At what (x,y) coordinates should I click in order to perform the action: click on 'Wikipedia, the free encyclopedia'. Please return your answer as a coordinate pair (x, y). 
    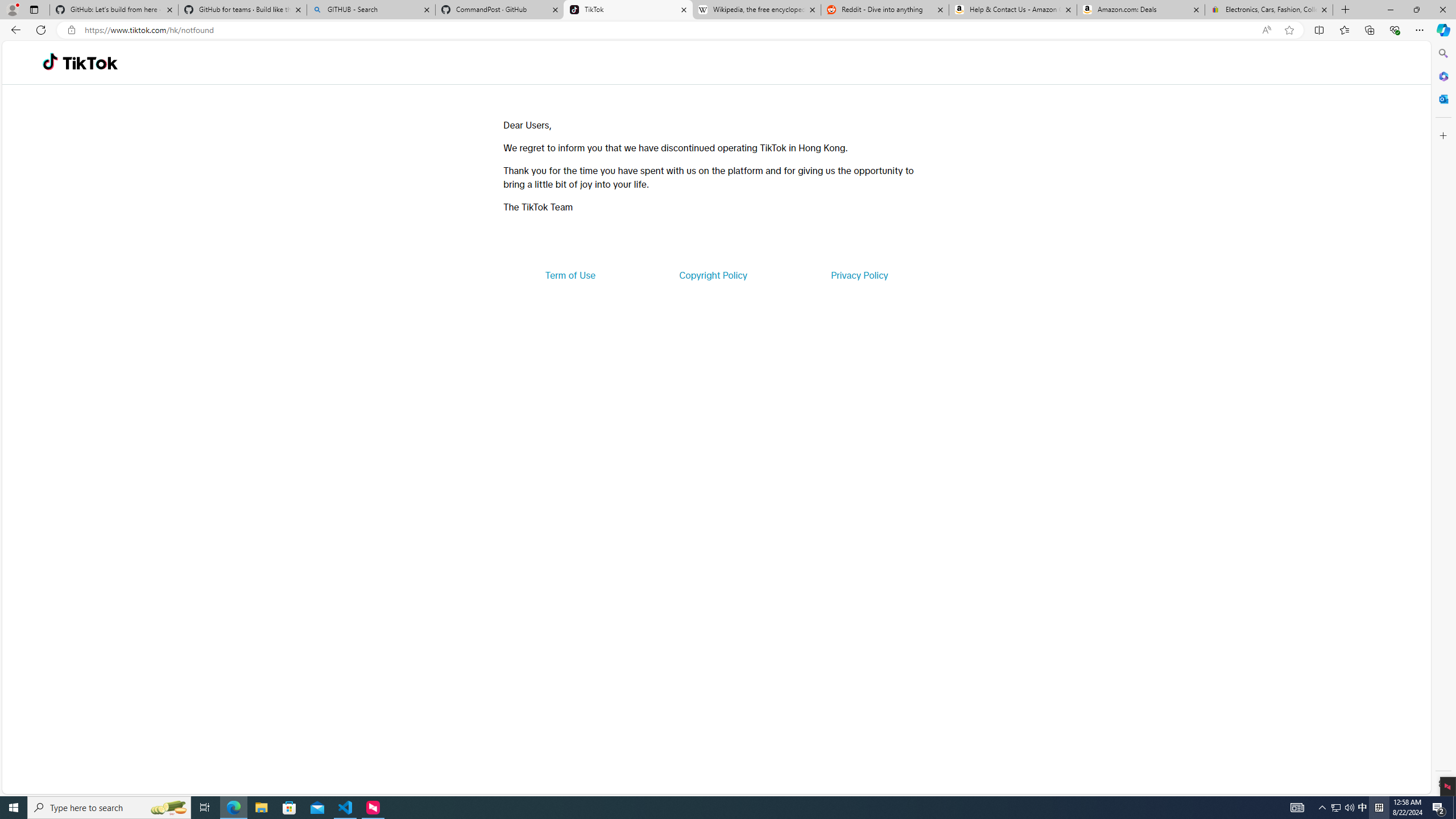
    Looking at the image, I should click on (755, 9).